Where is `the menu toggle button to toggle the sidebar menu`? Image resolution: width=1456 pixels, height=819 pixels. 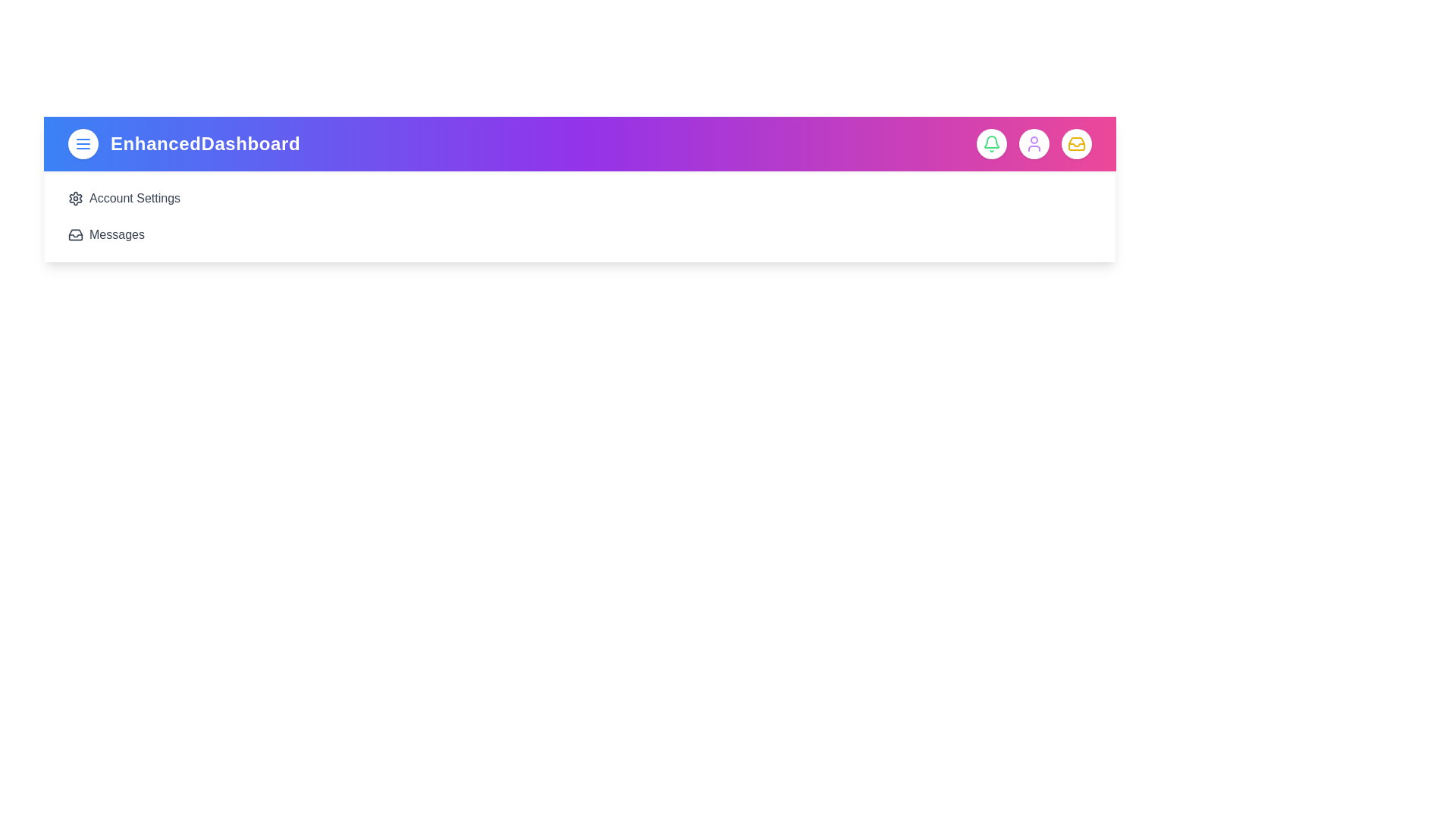
the menu toggle button to toggle the sidebar menu is located at coordinates (83, 143).